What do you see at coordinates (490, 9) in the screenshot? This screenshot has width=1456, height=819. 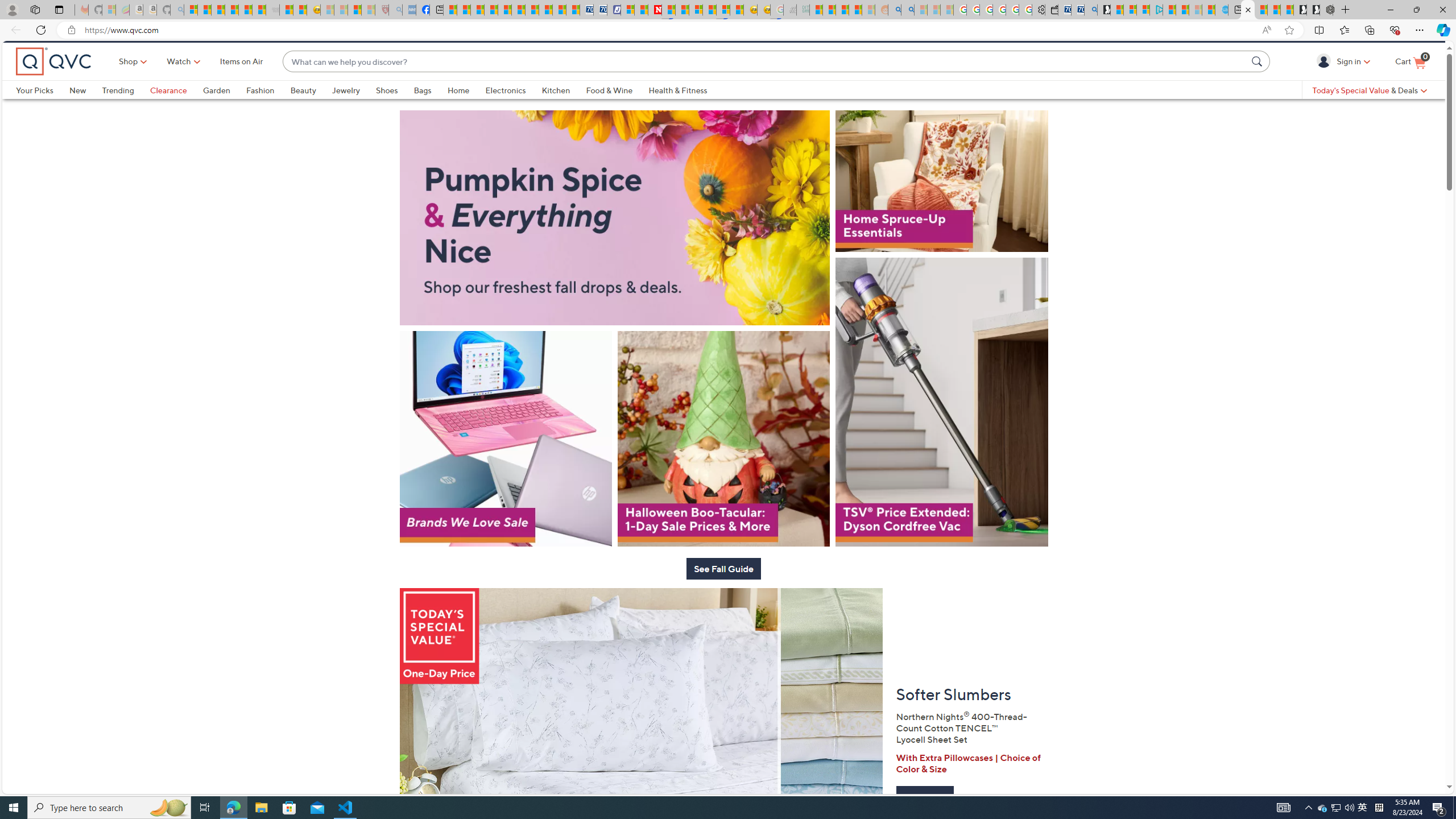 I see `'Climate Damage Becomes Too Severe To Reverse'` at bounding box center [490, 9].